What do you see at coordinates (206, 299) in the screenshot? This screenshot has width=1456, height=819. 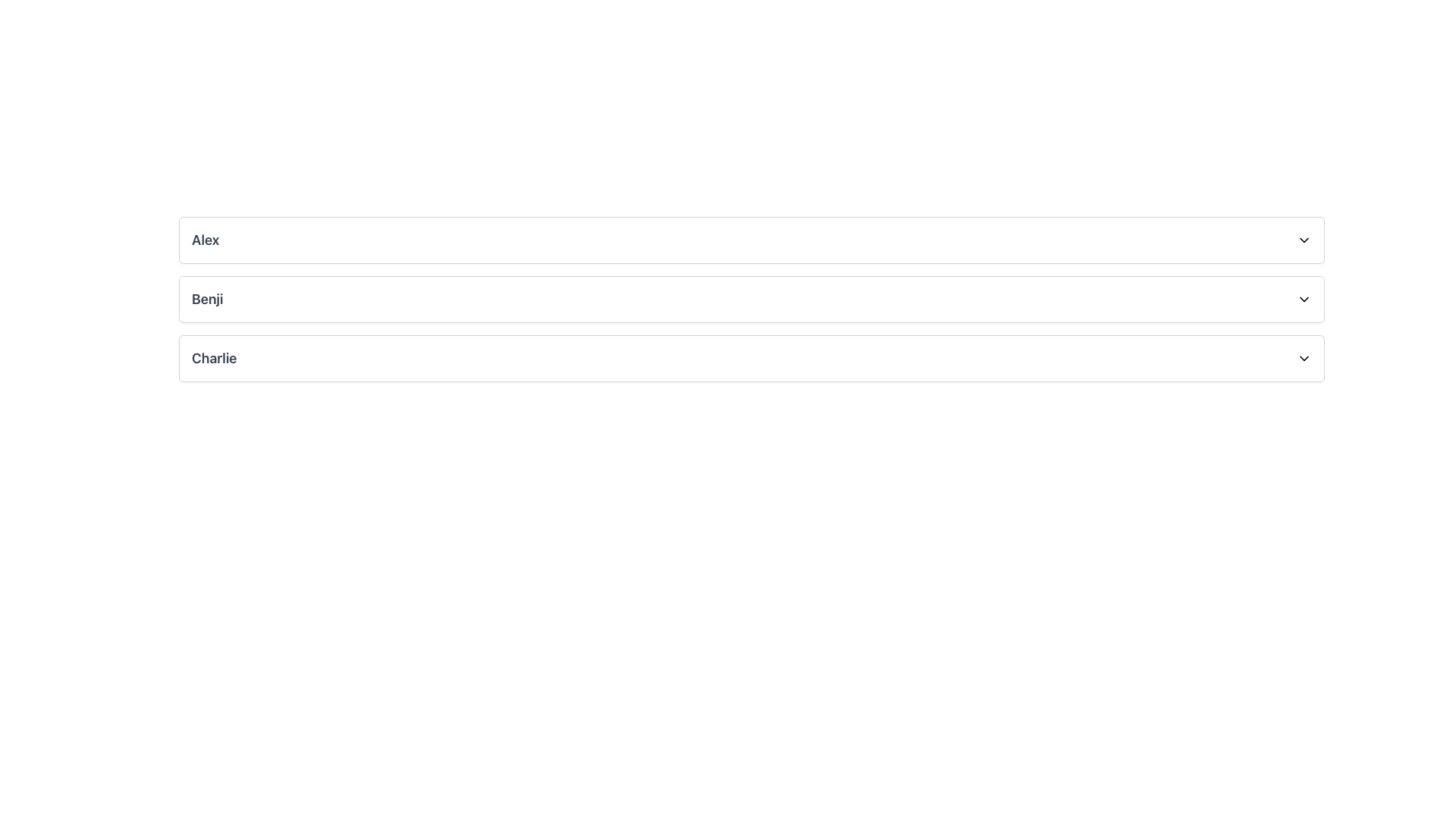 I see `the text label that displays 'Benji' in bold dark gray font for identification purposes` at bounding box center [206, 299].